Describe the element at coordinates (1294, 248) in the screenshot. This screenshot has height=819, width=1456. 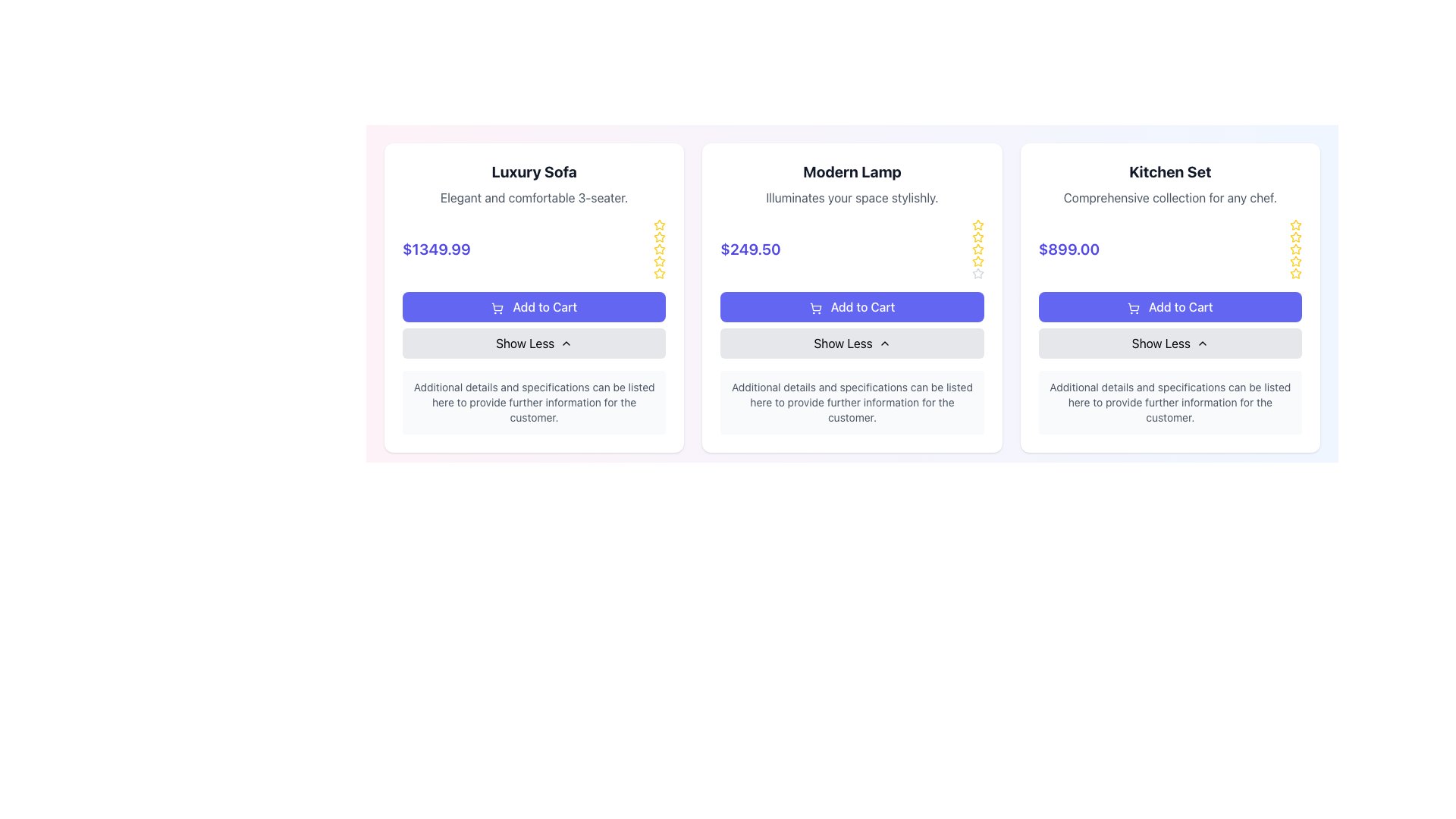
I see `the fourth star icon in the rightmost column of stars on the product card priced at $899.00 to rate or view details` at that location.